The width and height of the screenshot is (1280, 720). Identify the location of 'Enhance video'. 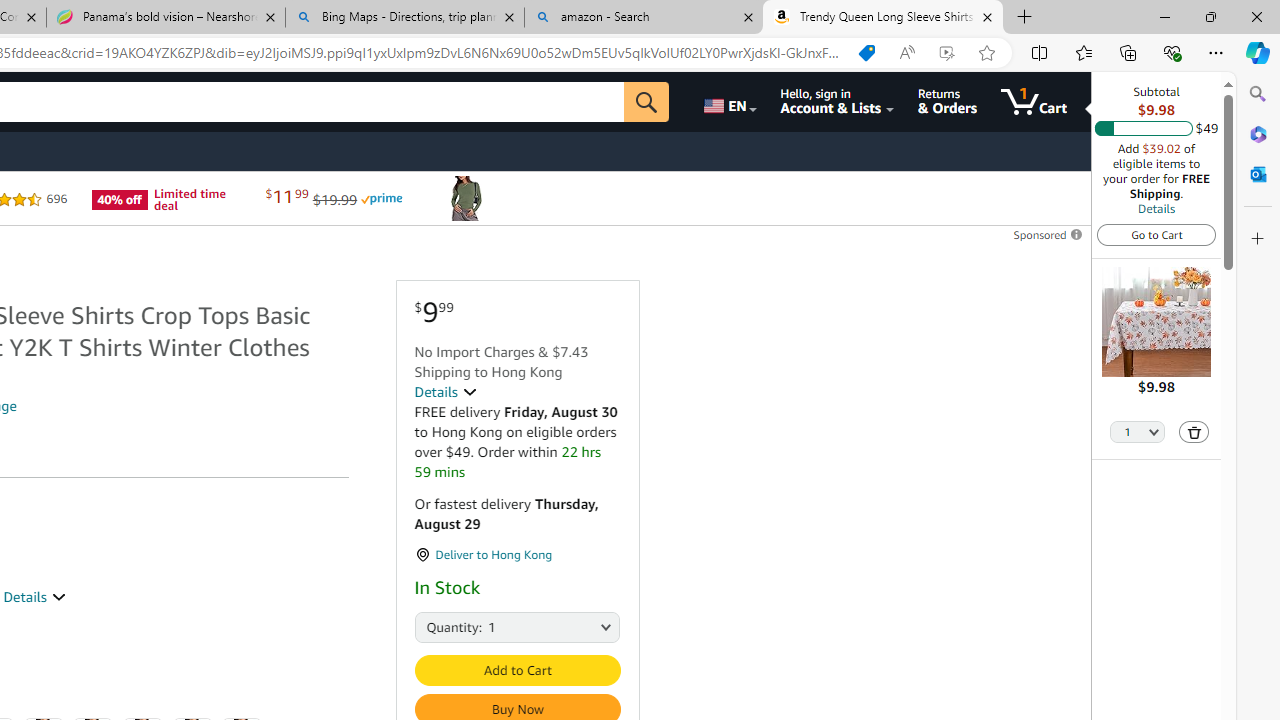
(945, 52).